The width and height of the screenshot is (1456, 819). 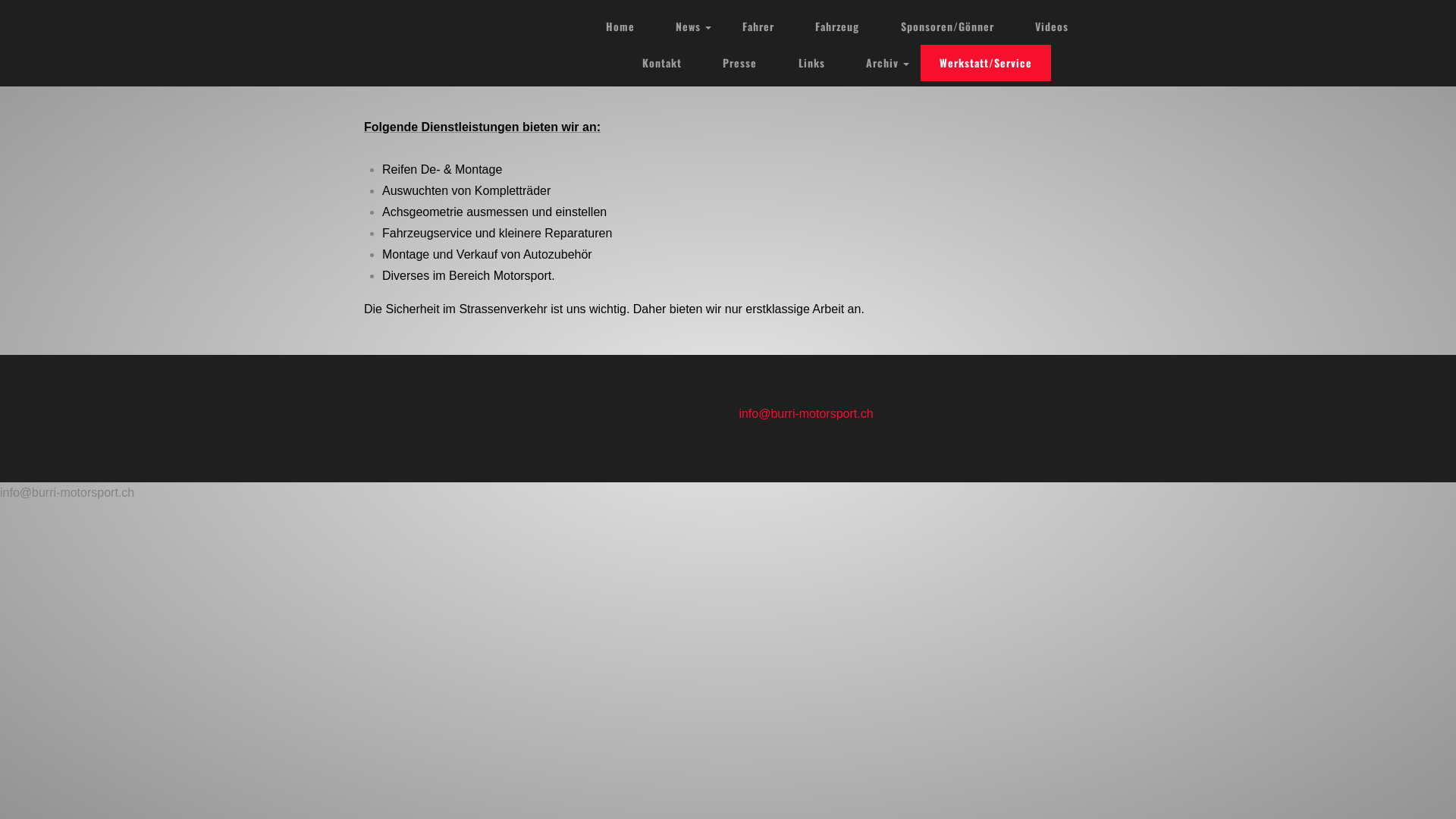 I want to click on 'Fahrzeug', so click(x=836, y=26).